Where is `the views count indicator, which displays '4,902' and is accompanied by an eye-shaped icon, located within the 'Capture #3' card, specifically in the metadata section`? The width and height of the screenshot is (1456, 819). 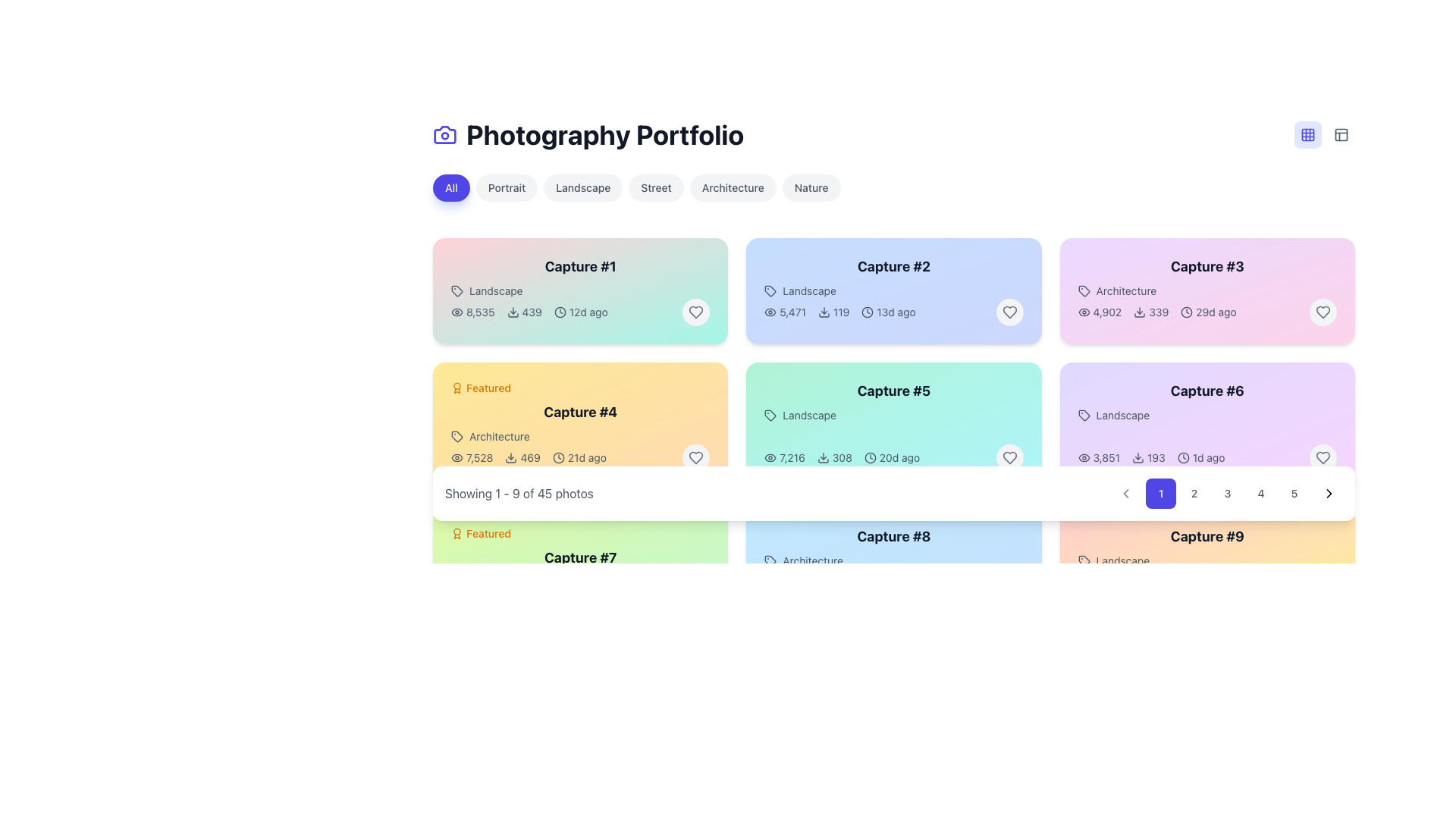 the views count indicator, which displays '4,902' and is accompanied by an eye-shaped icon, located within the 'Capture #3' card, specifically in the metadata section is located at coordinates (1100, 312).